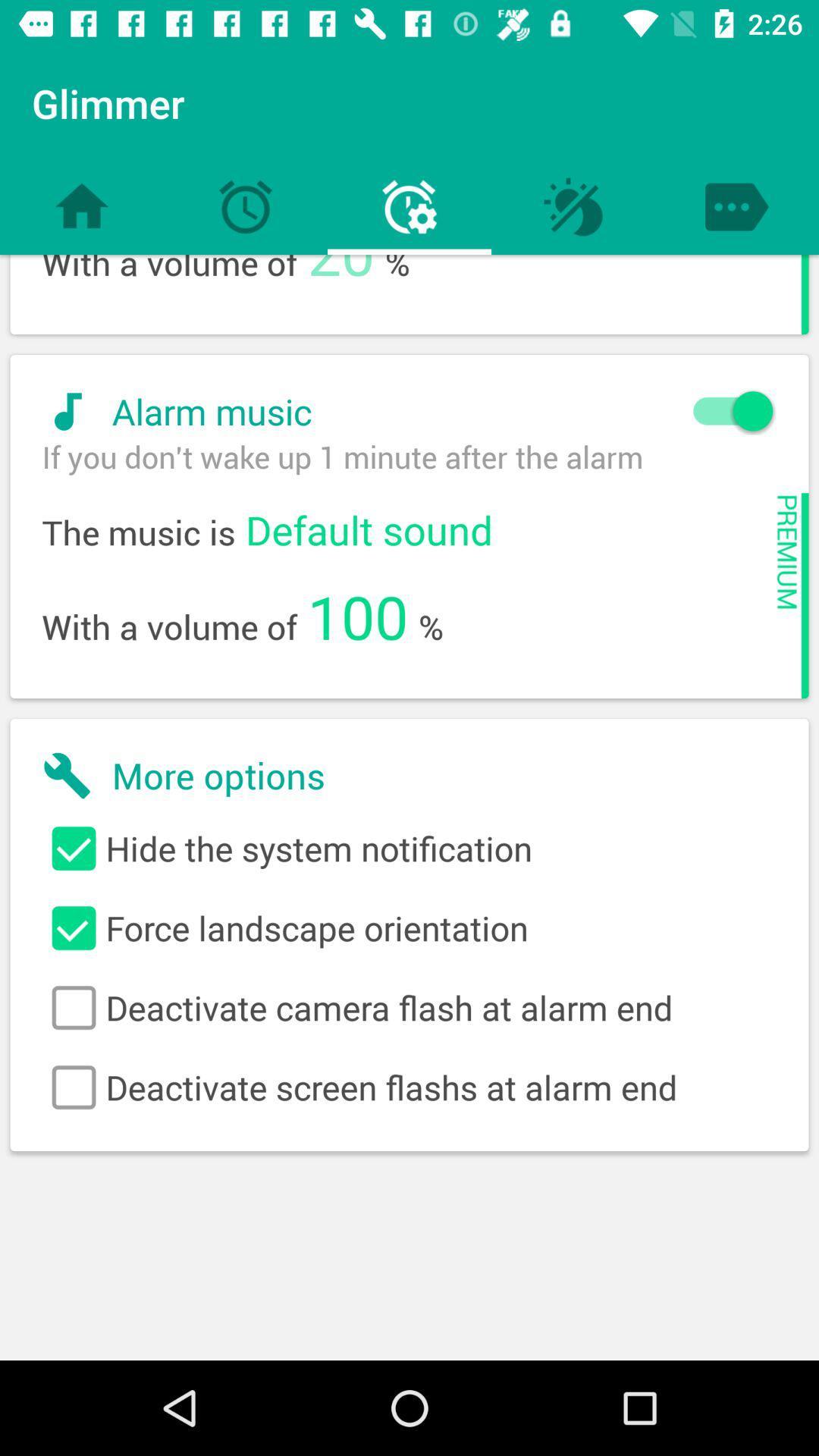 The width and height of the screenshot is (819, 1456). What do you see at coordinates (409, 847) in the screenshot?
I see `the first check box along with the text beside it` at bounding box center [409, 847].